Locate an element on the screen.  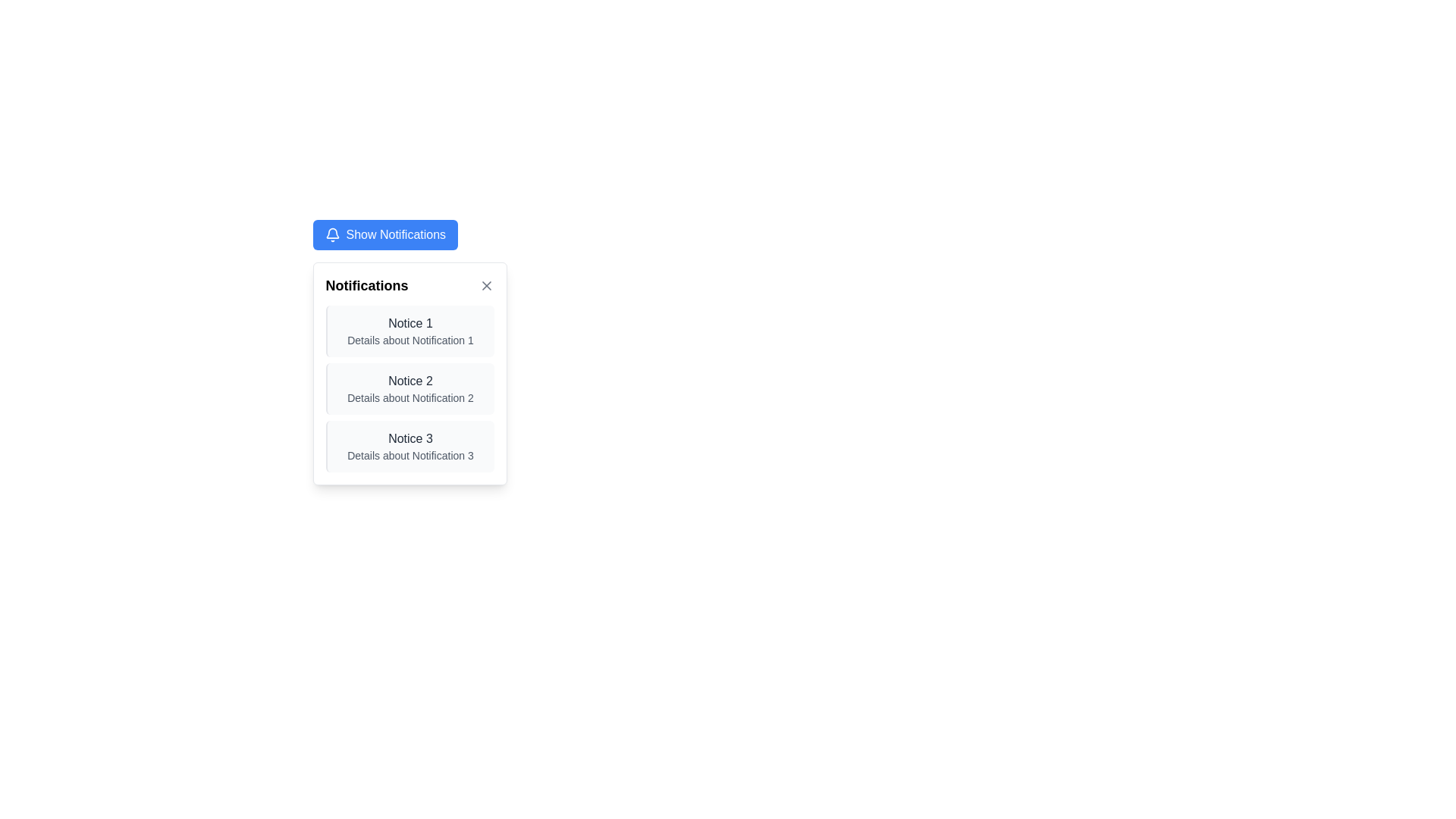
the text element displaying 'Details about Notification 1', which is styled in gray and located below the primary heading 'Notice 1' in the notifications box is located at coordinates (410, 339).